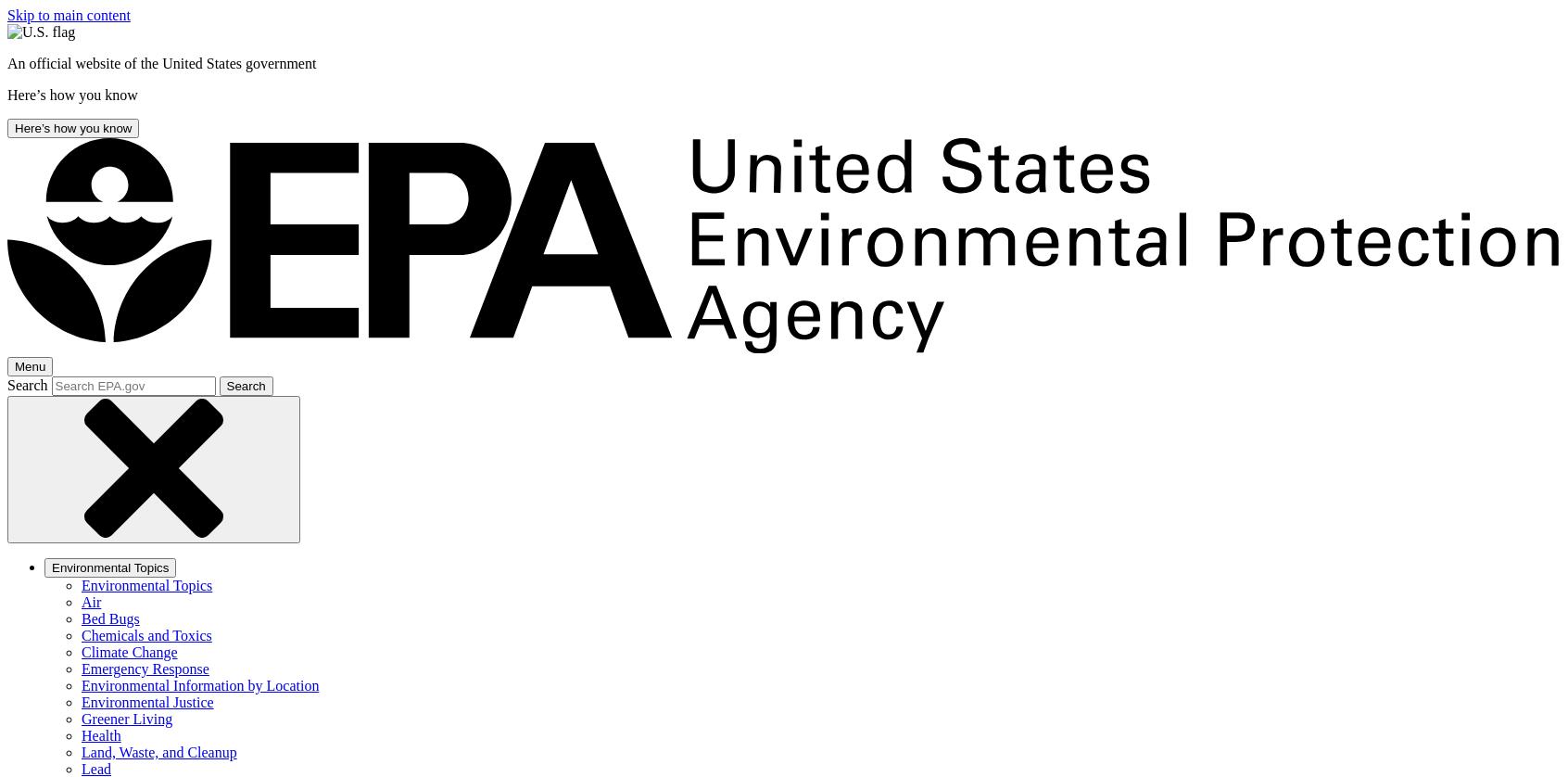 This screenshot has height=777, width=1568. What do you see at coordinates (91, 601) in the screenshot?
I see `'Air'` at bounding box center [91, 601].